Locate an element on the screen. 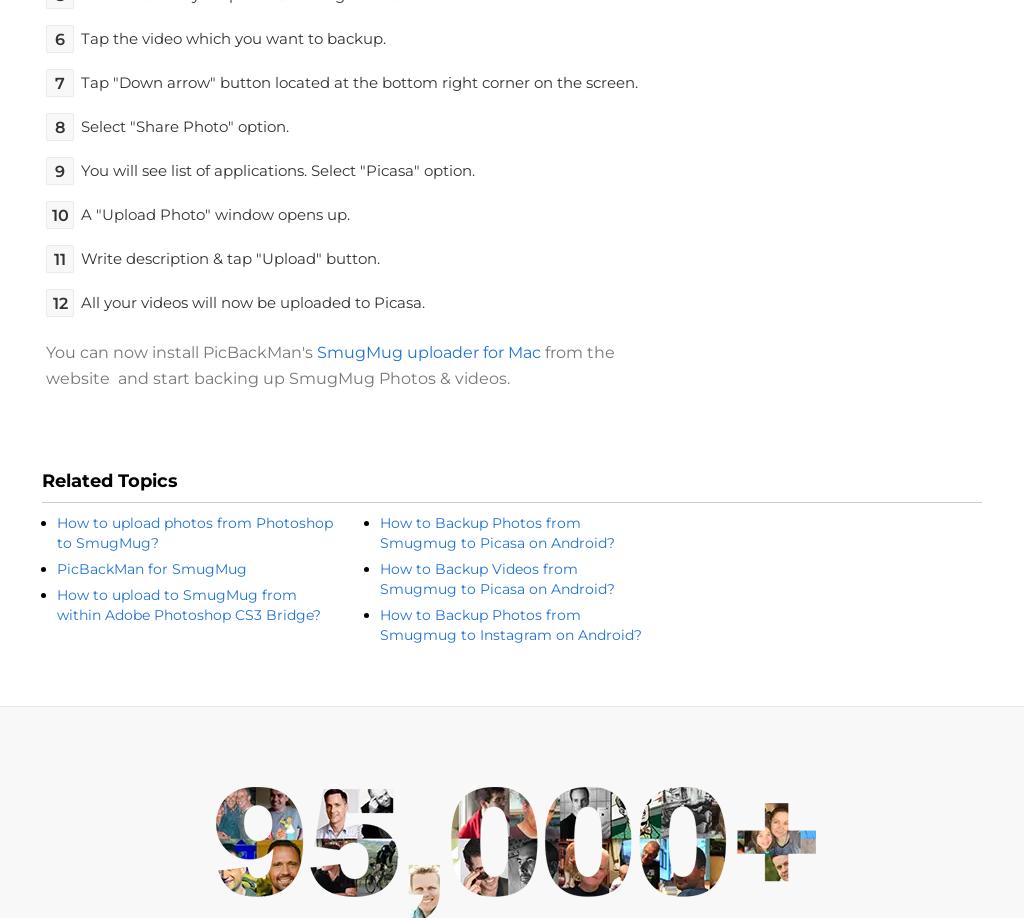 Image resolution: width=1024 pixels, height=918 pixels. 'How to Backup Photos from Smugmug to Instagram on Android?' is located at coordinates (509, 624).